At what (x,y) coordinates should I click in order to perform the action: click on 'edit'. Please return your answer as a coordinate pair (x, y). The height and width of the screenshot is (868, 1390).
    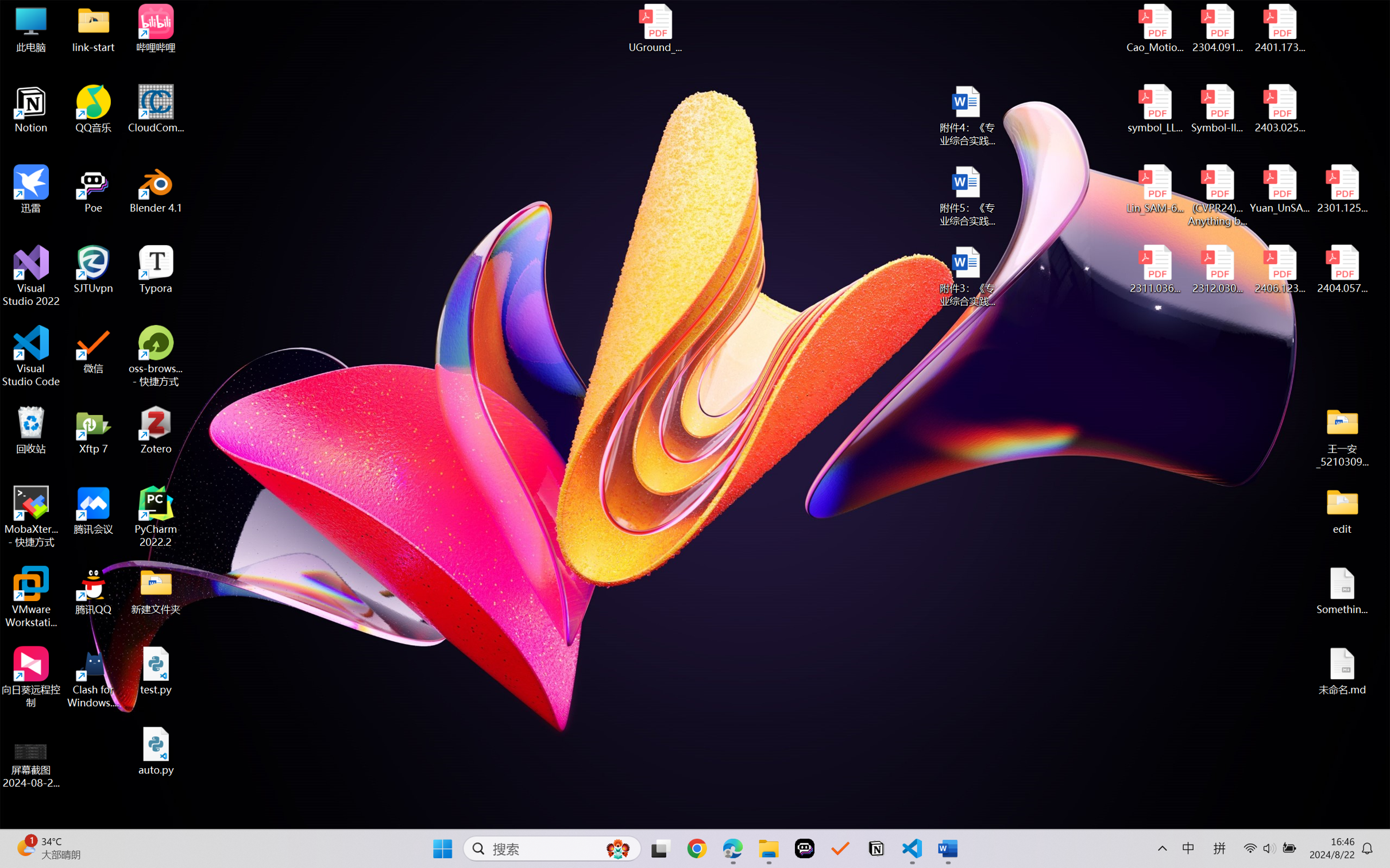
    Looking at the image, I should click on (1341, 509).